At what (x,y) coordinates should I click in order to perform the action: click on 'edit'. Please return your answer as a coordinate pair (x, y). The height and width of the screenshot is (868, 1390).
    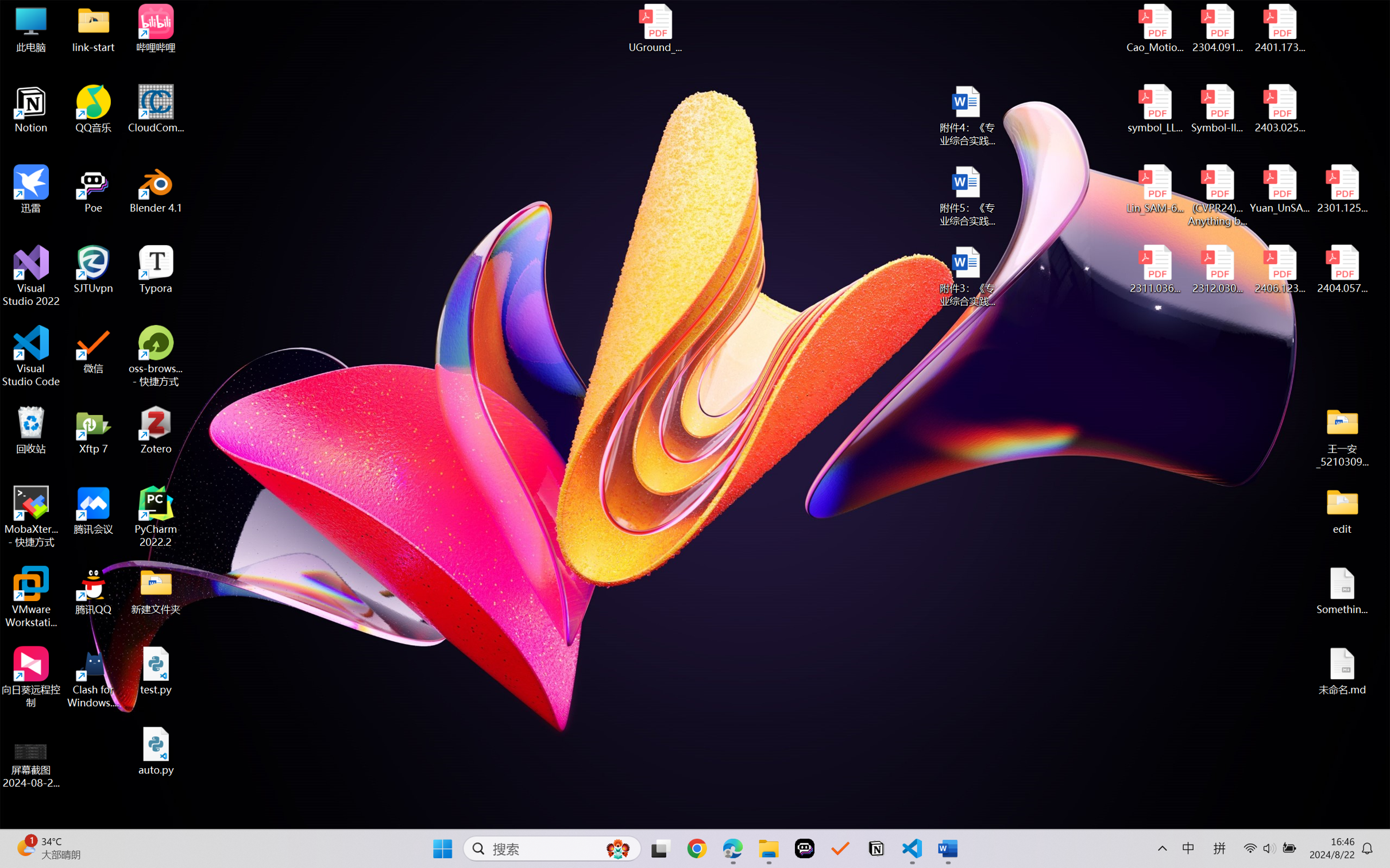
    Looking at the image, I should click on (1341, 509).